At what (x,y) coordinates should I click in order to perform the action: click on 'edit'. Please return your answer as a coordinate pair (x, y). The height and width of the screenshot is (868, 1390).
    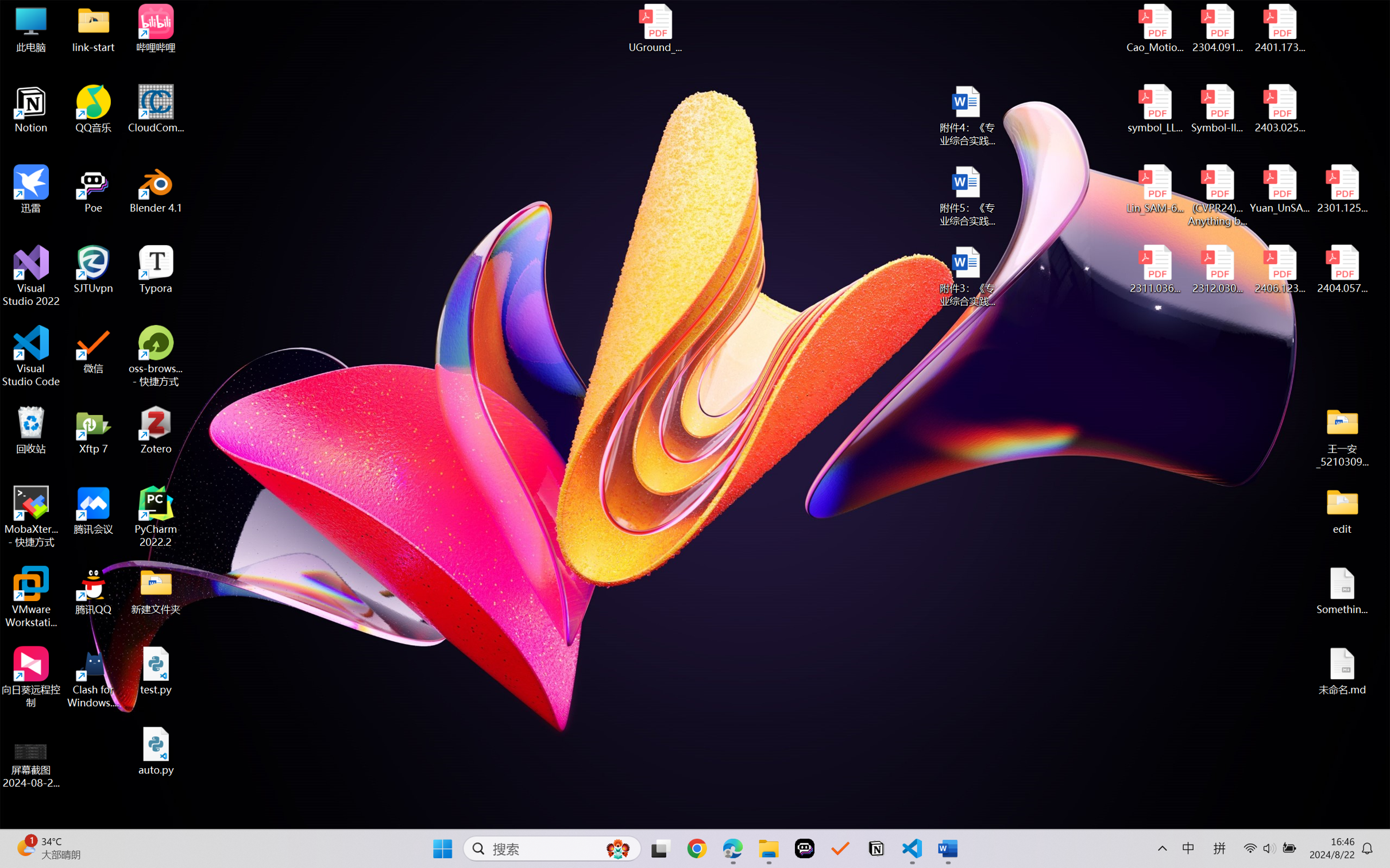
    Looking at the image, I should click on (1341, 509).